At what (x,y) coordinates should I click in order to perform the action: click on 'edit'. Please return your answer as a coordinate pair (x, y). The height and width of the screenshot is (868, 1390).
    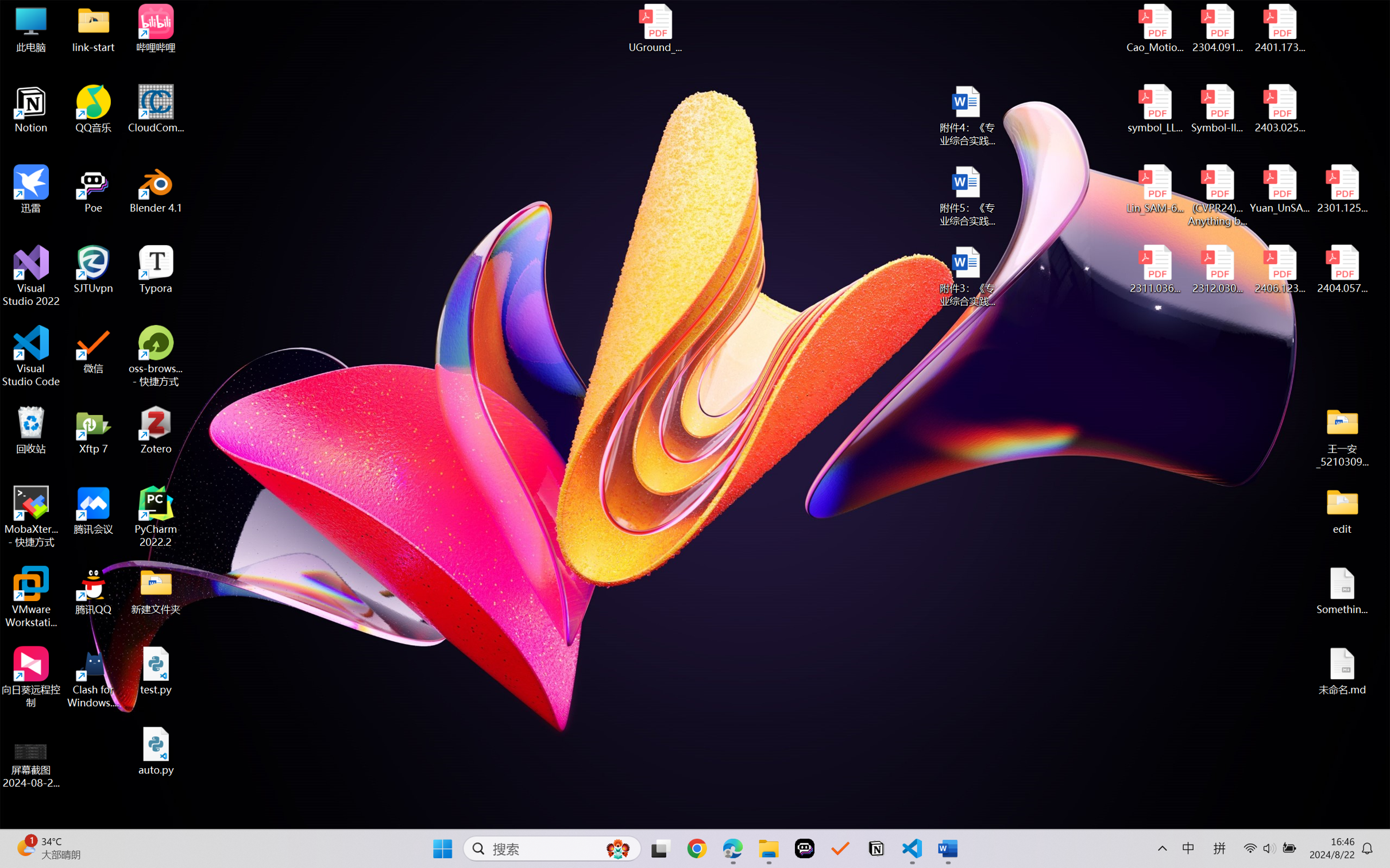
    Looking at the image, I should click on (1341, 509).